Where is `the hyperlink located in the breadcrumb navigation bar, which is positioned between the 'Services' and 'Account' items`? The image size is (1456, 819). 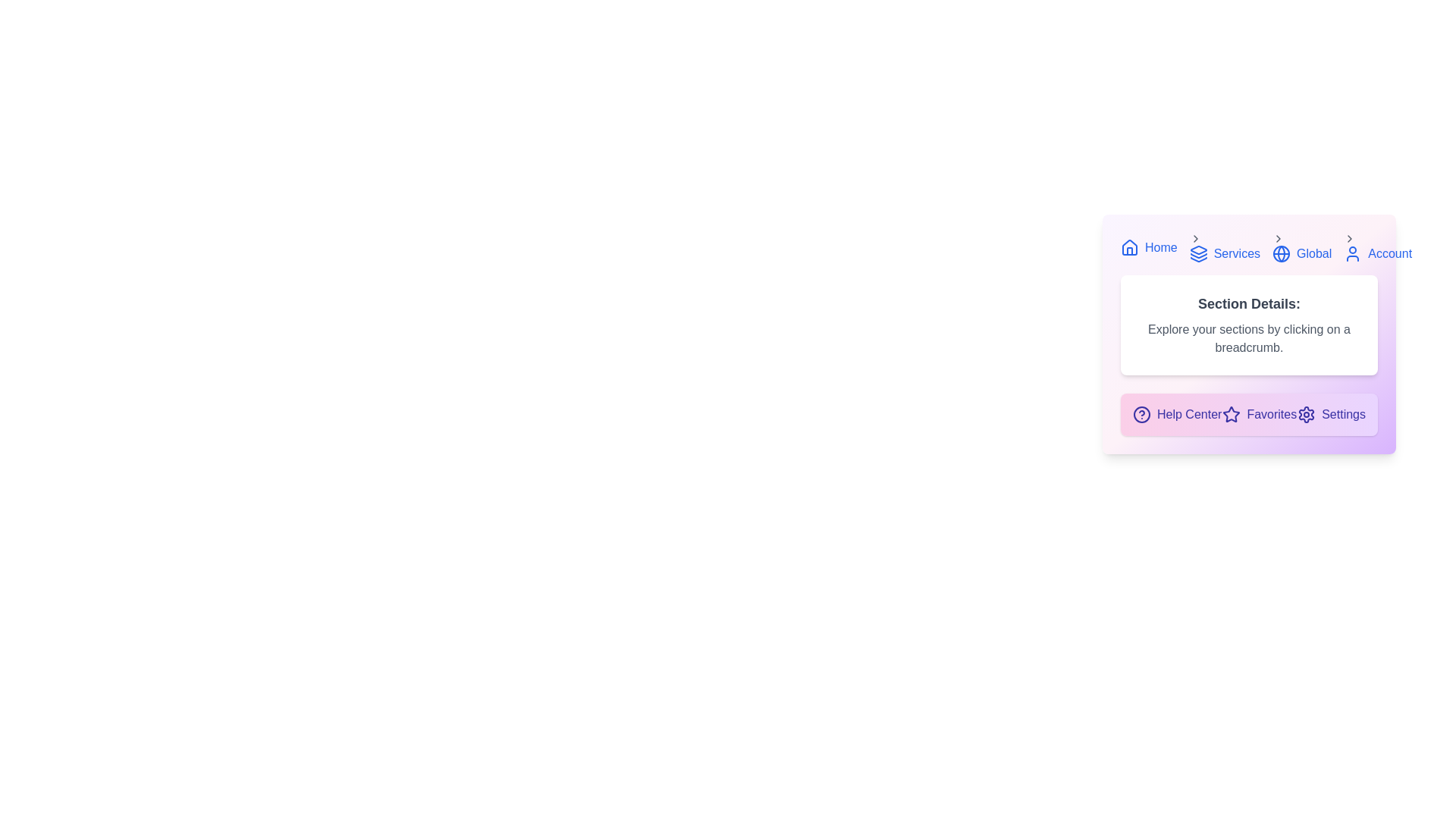
the hyperlink located in the breadcrumb navigation bar, which is positioned between the 'Services' and 'Account' items is located at coordinates (1301, 253).